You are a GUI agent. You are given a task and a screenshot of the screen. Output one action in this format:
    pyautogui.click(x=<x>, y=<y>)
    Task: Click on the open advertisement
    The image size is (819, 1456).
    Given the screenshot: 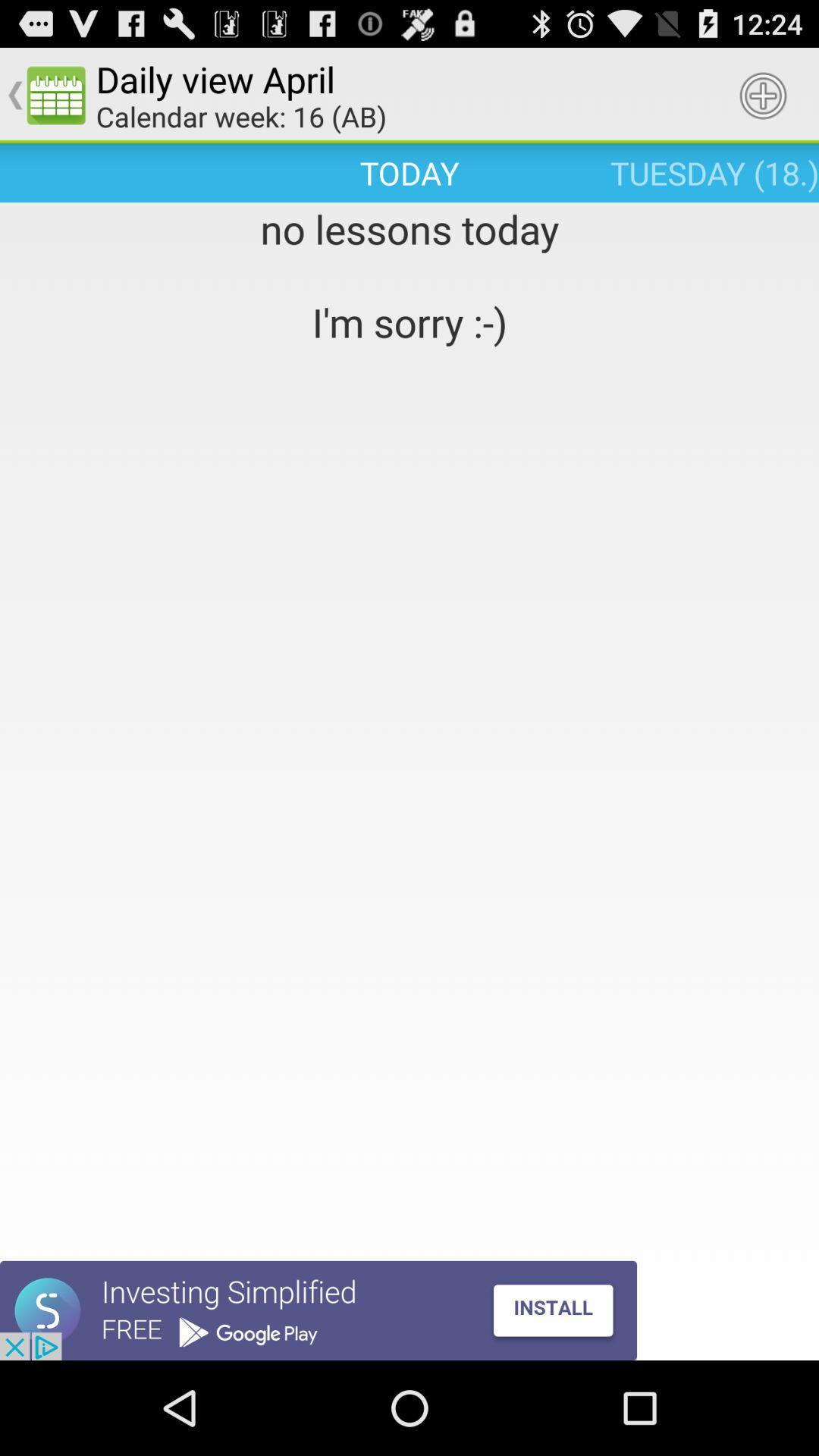 What is the action you would take?
    pyautogui.click(x=318, y=1310)
    